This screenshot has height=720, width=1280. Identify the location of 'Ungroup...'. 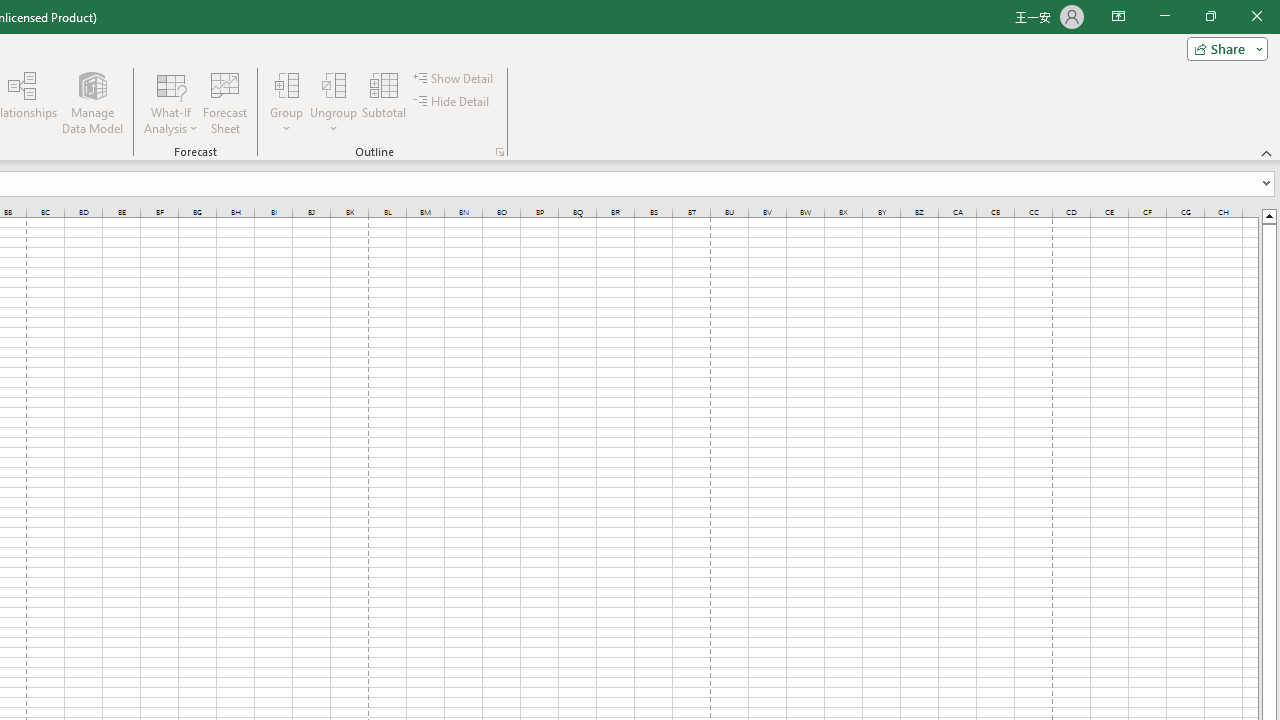
(334, 84).